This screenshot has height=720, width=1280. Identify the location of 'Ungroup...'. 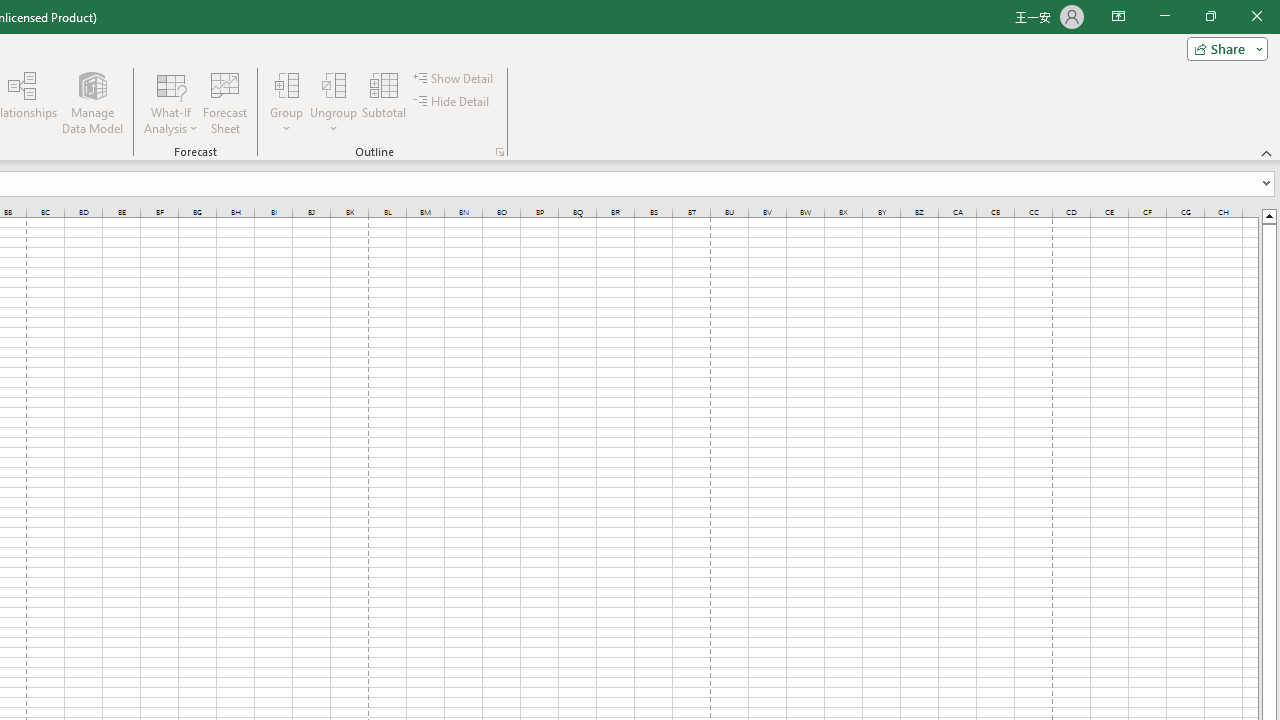
(334, 84).